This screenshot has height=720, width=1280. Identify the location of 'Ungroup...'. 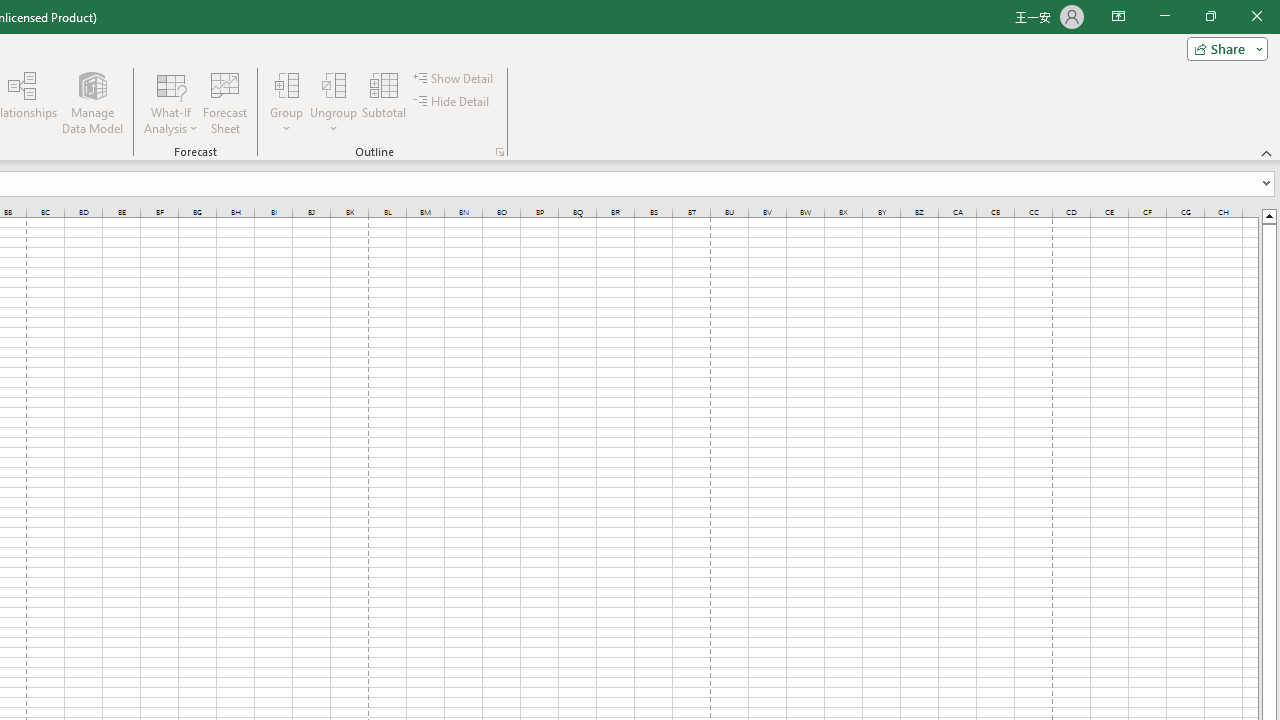
(334, 84).